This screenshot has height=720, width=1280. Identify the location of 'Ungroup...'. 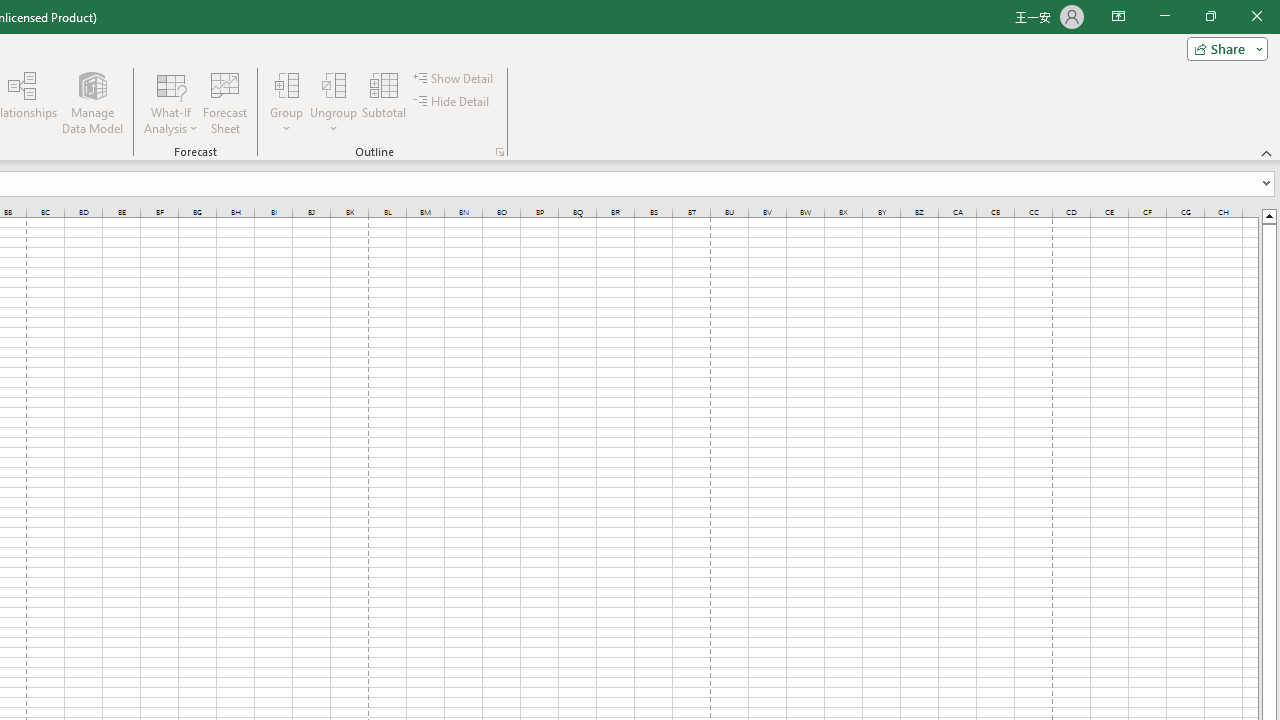
(334, 84).